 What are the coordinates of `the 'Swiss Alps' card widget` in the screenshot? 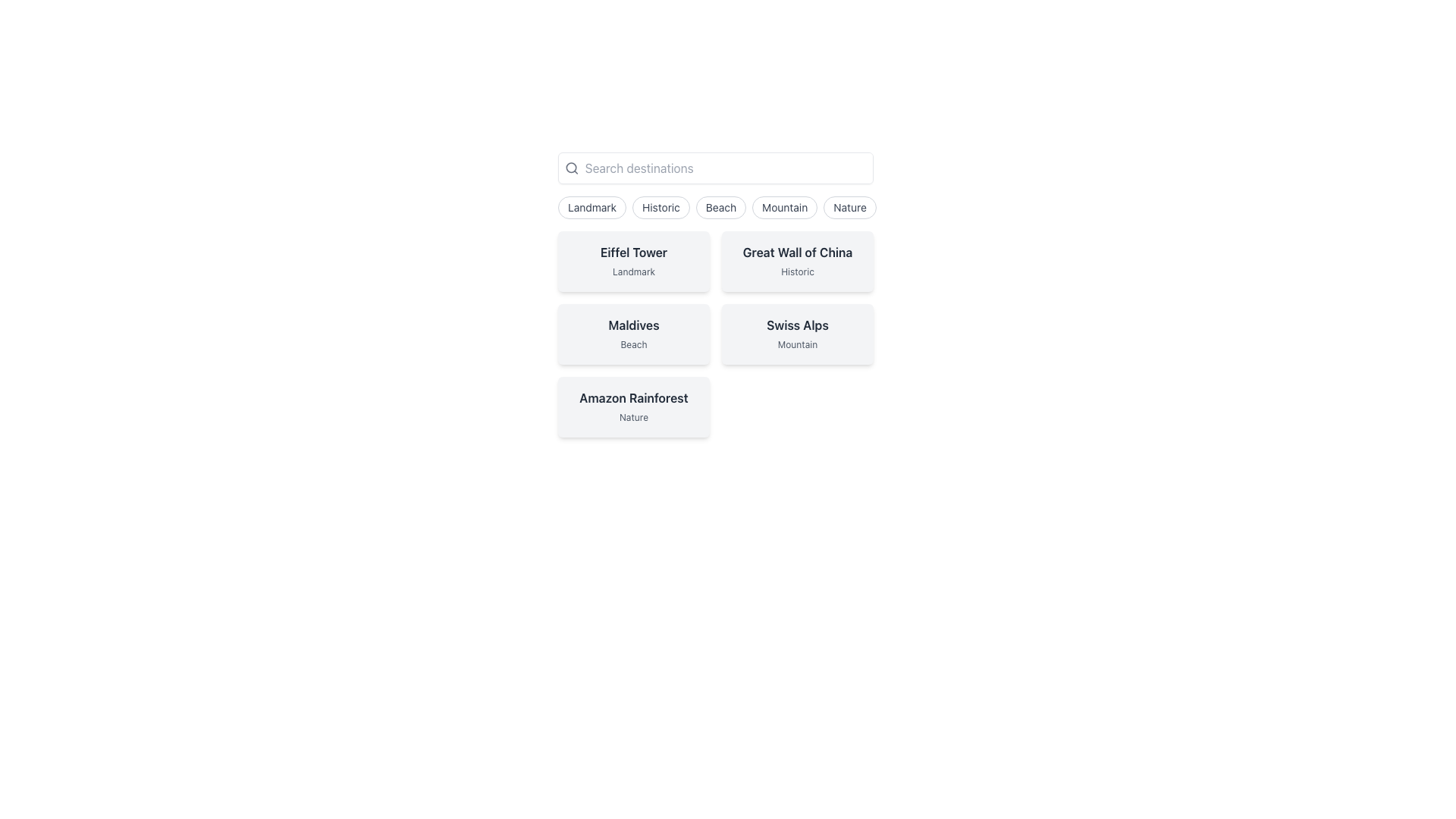 It's located at (796, 333).